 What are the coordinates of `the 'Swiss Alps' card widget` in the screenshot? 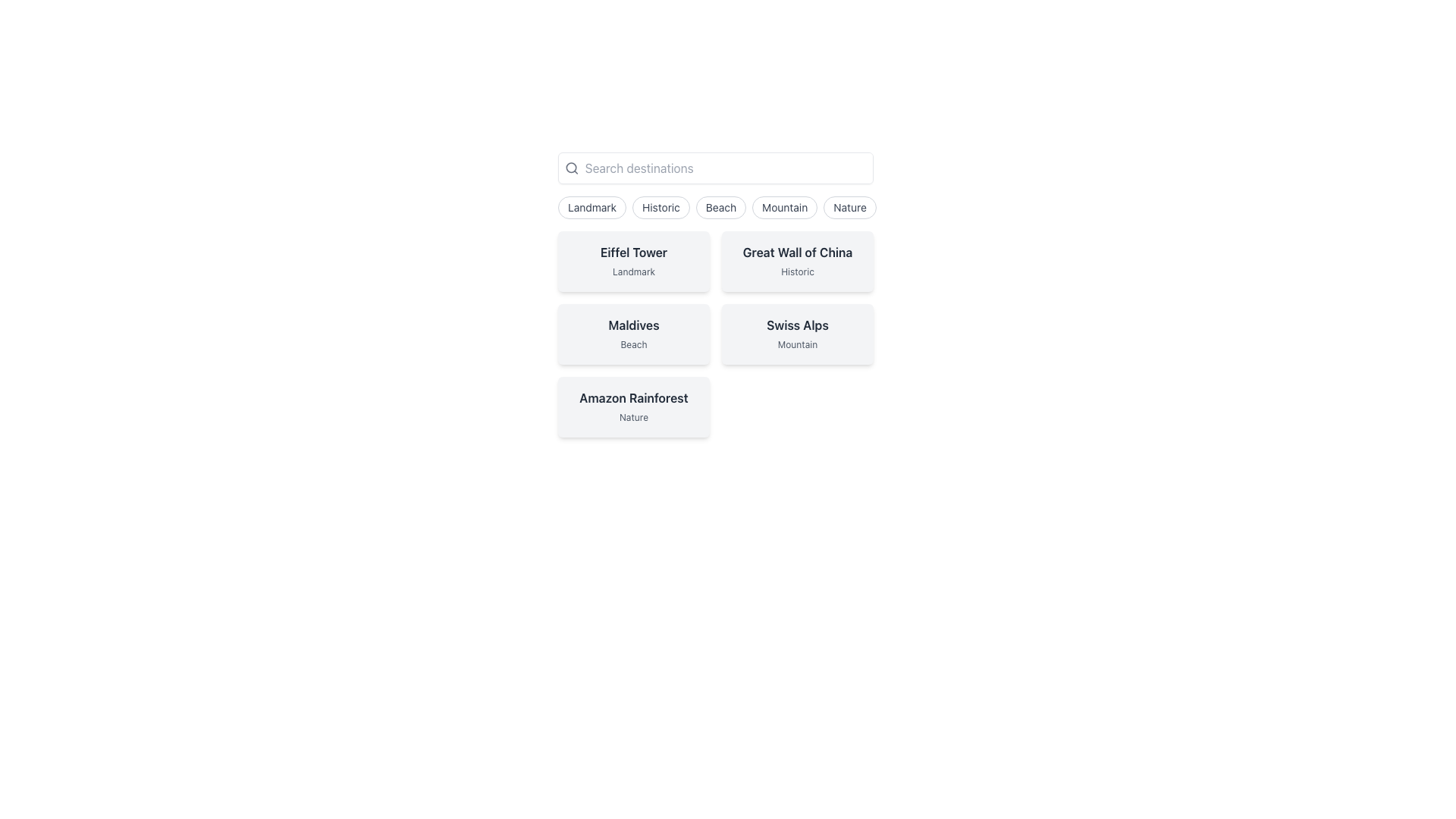 It's located at (796, 333).